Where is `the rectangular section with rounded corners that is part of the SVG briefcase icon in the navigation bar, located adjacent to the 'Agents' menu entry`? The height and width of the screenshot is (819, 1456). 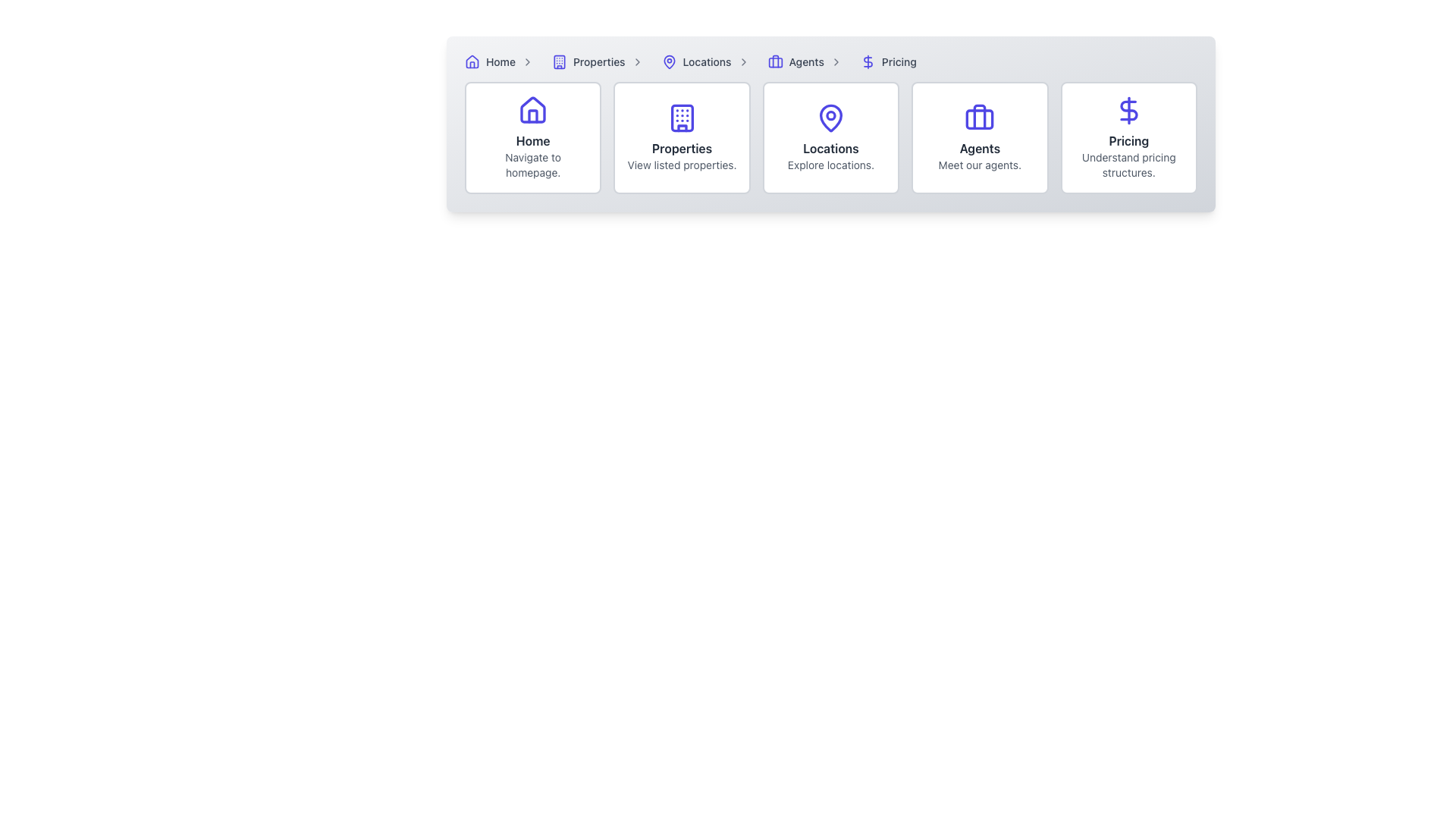 the rectangular section with rounded corners that is part of the SVG briefcase icon in the navigation bar, located adjacent to the 'Agents' menu entry is located at coordinates (775, 61).